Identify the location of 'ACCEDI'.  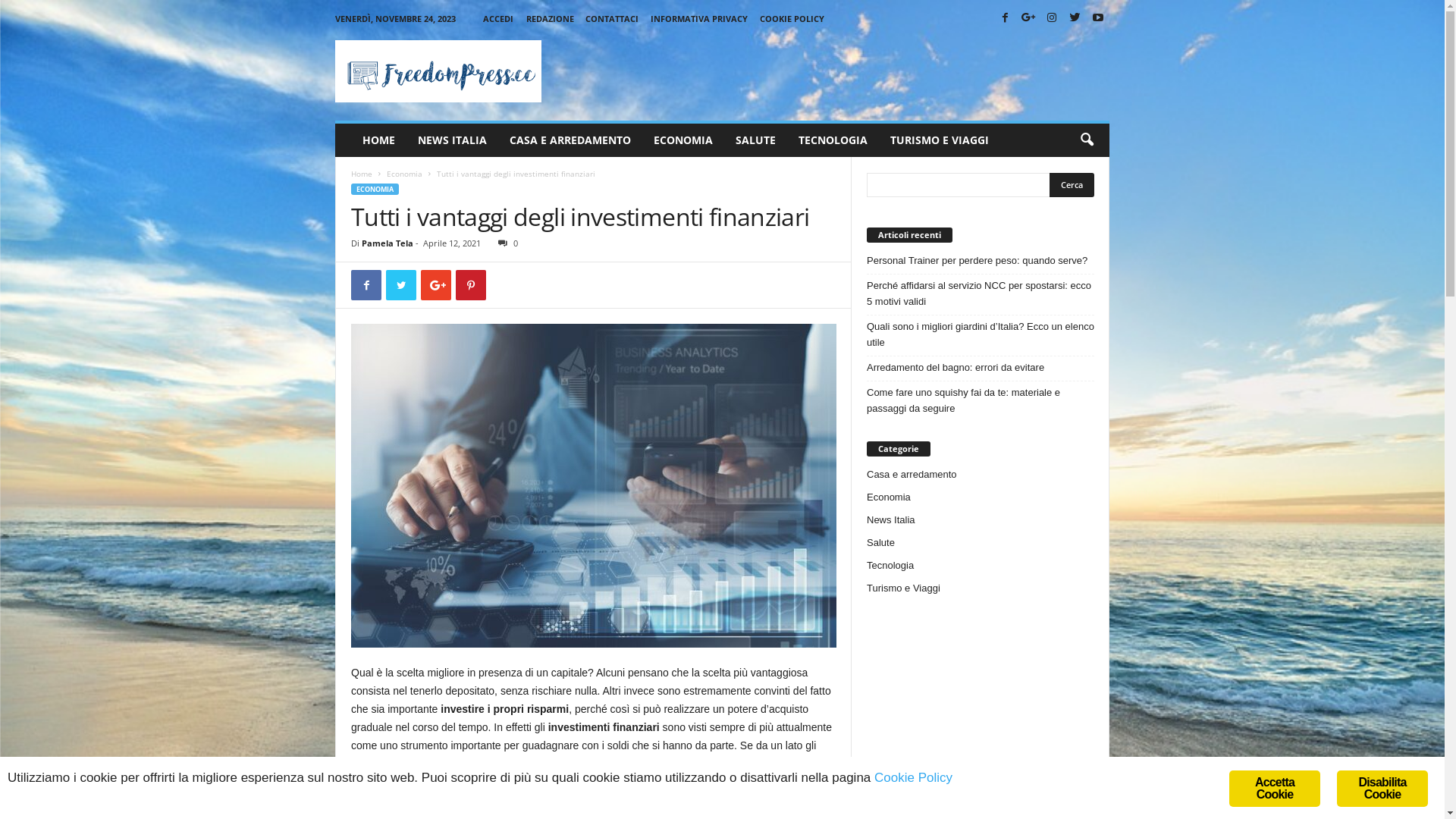
(498, 18).